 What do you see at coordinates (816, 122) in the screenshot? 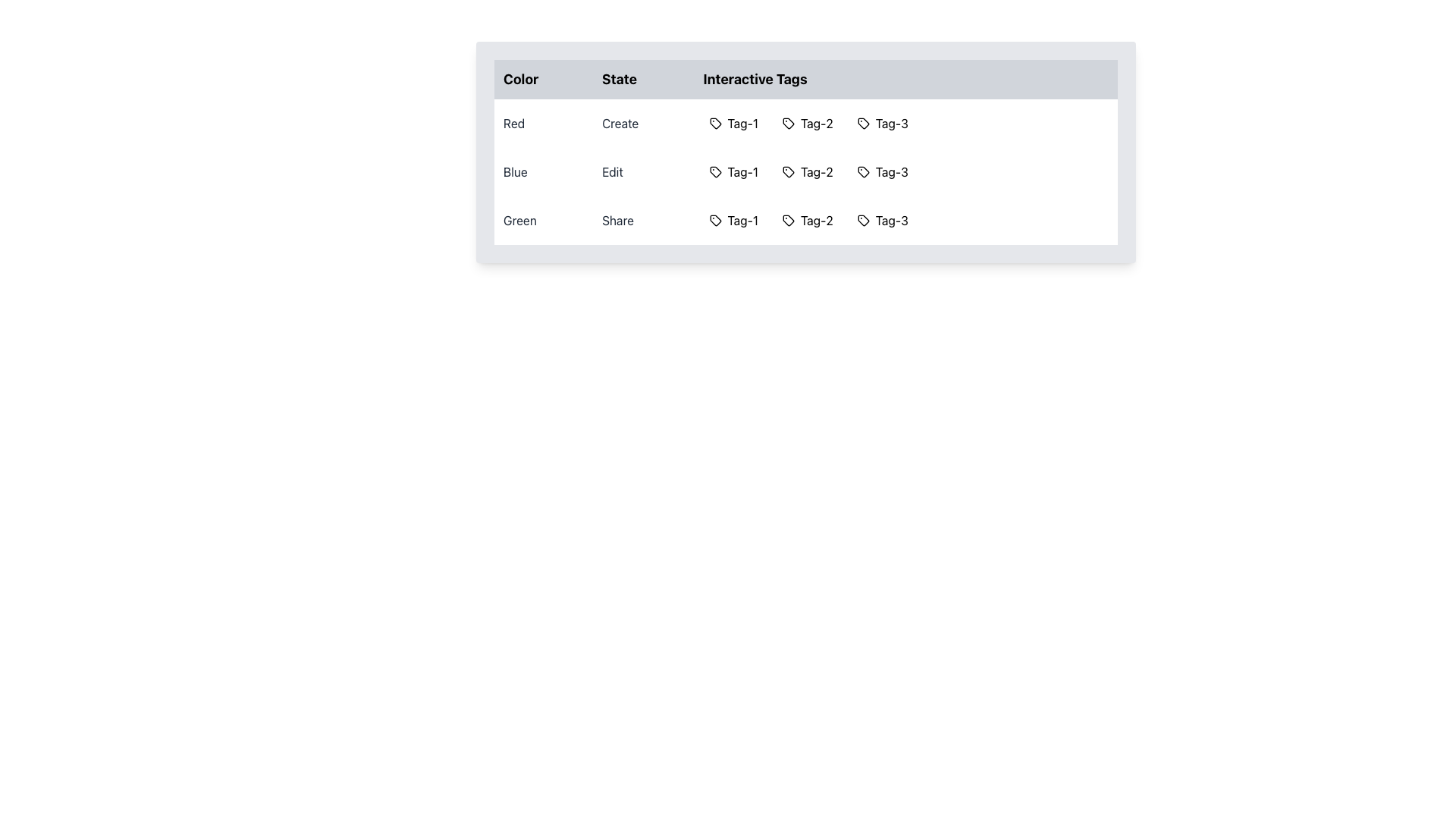
I see `the Text Label in the second column of the 'Interactive Tags' section, located right after a tag icon` at bounding box center [816, 122].